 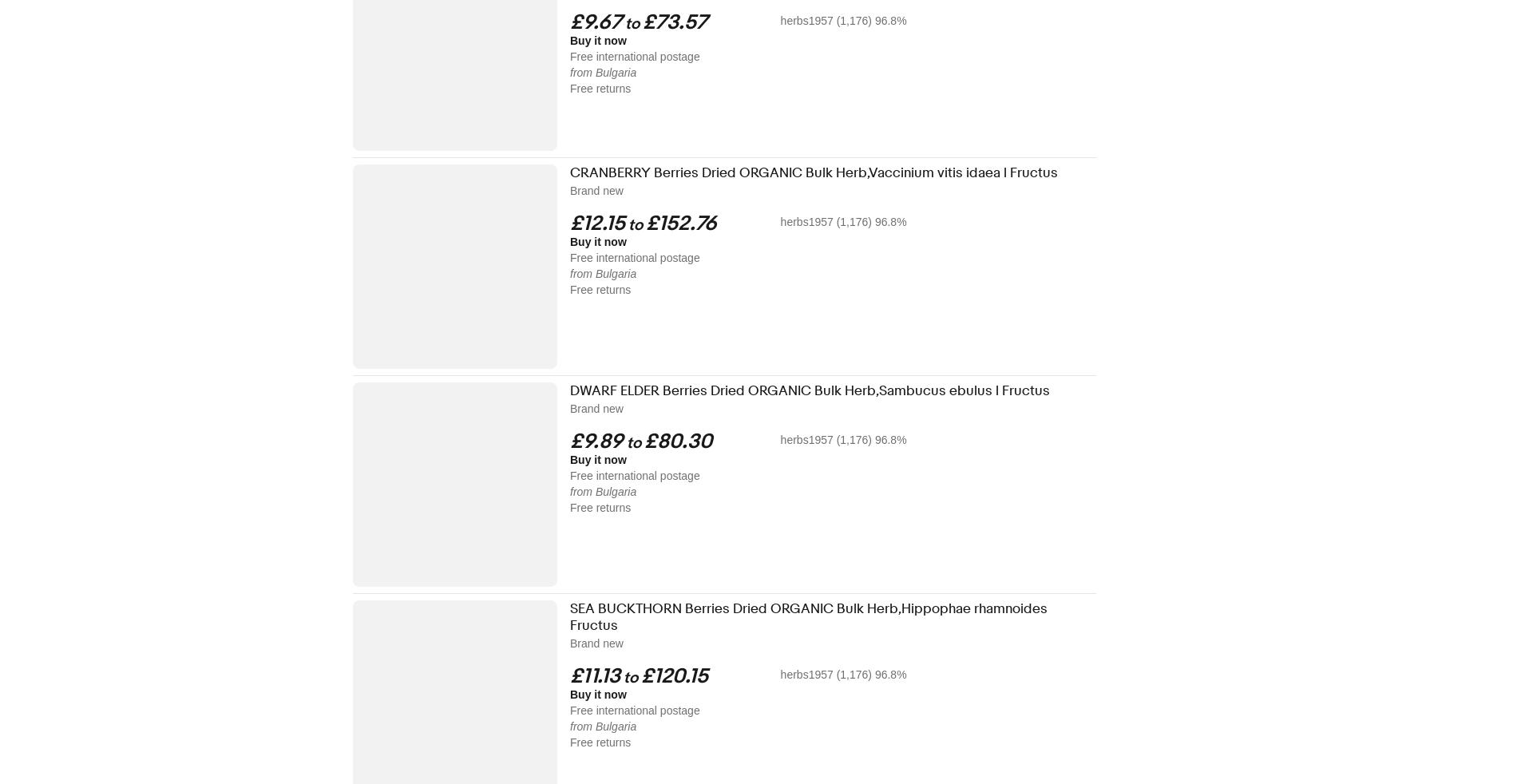 What do you see at coordinates (814, 172) in the screenshot?
I see `'CRANBERRY Berries Dried ORGANIC Bulk Herb,Vaccinium vitis idaea l Fructus'` at bounding box center [814, 172].